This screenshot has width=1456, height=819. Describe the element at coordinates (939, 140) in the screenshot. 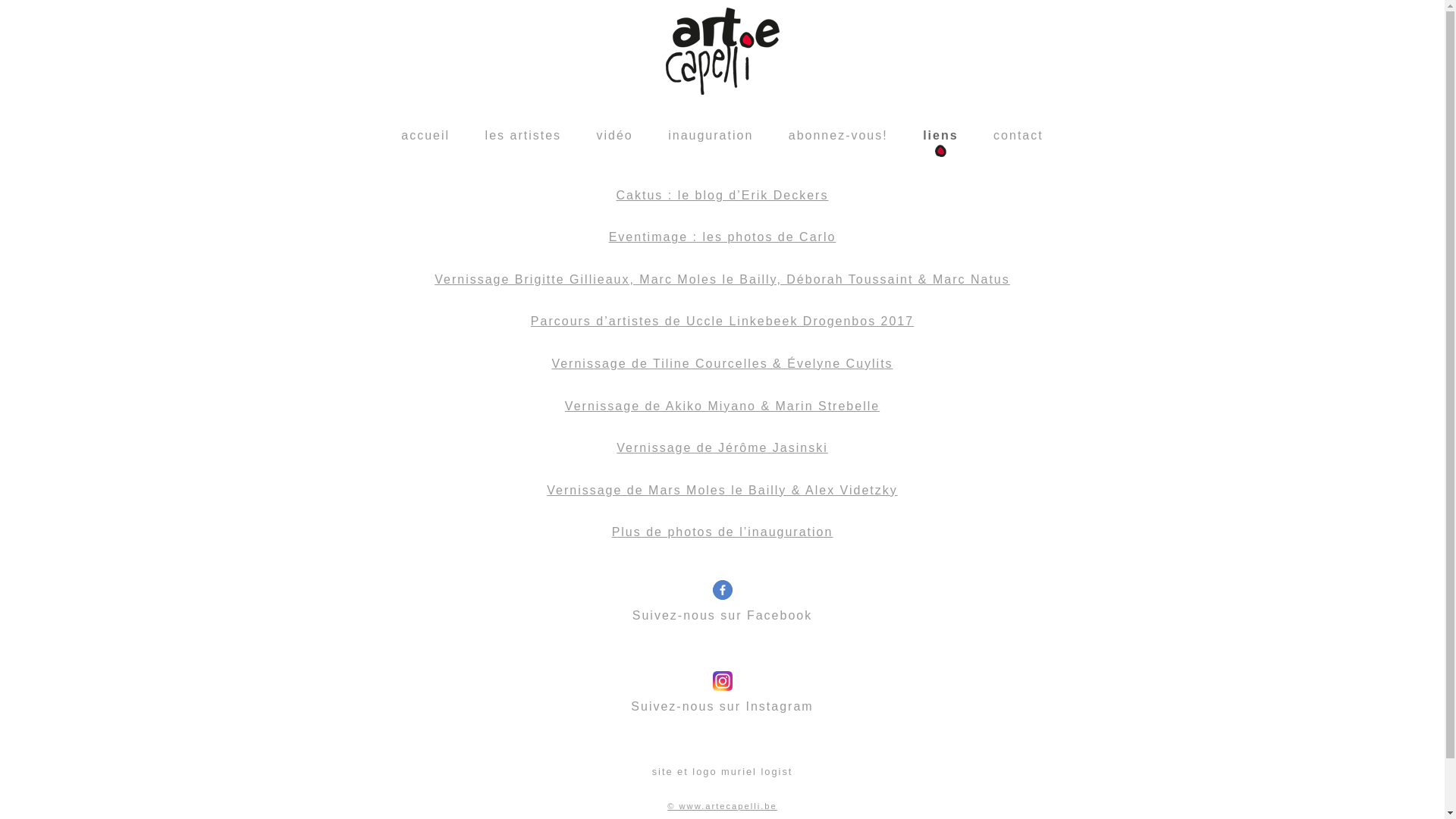

I see `'liens'` at that location.